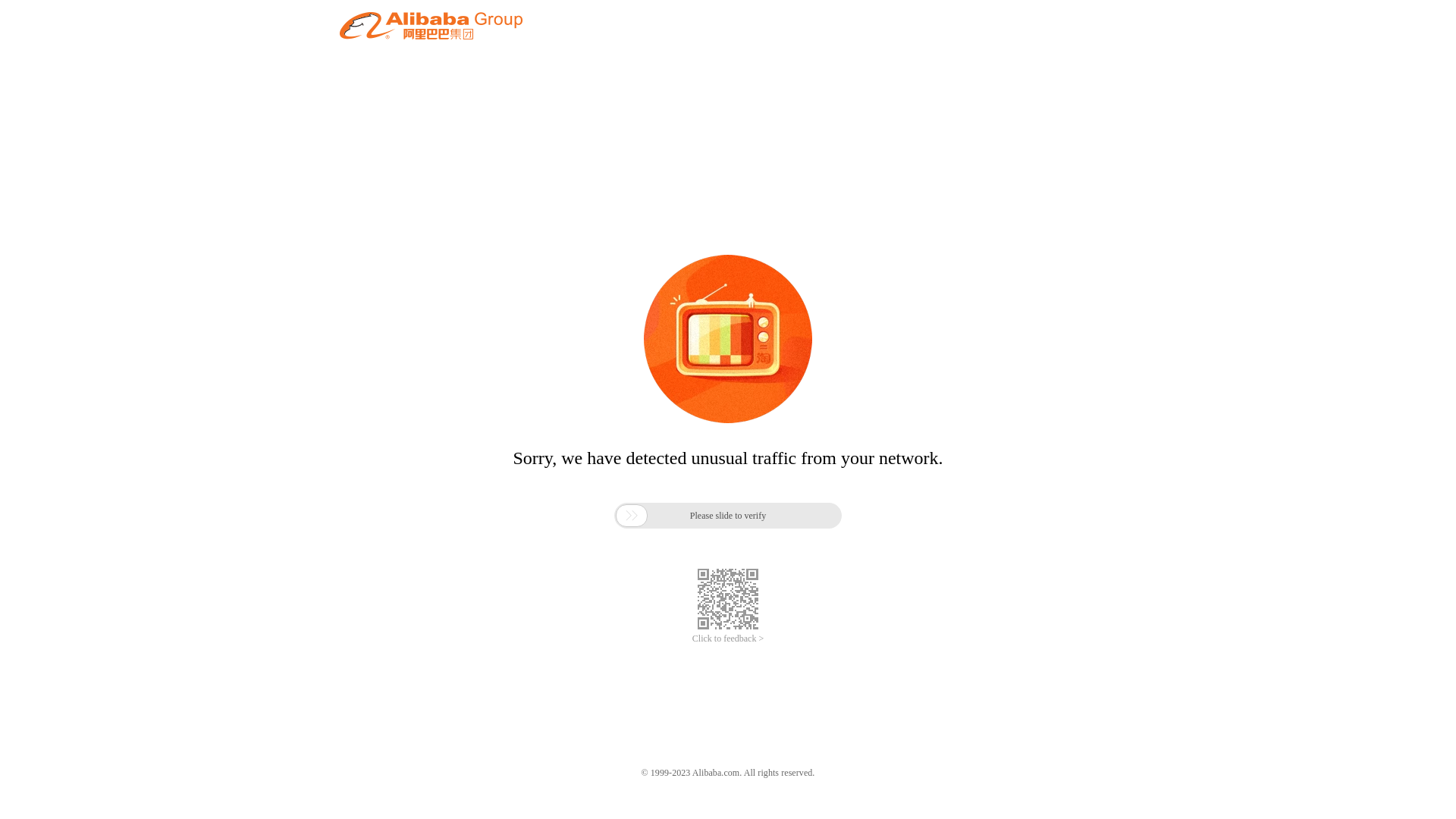 Image resolution: width=1456 pixels, height=819 pixels. Describe the element at coordinates (691, 639) in the screenshot. I see `'Click to feedback >'` at that location.